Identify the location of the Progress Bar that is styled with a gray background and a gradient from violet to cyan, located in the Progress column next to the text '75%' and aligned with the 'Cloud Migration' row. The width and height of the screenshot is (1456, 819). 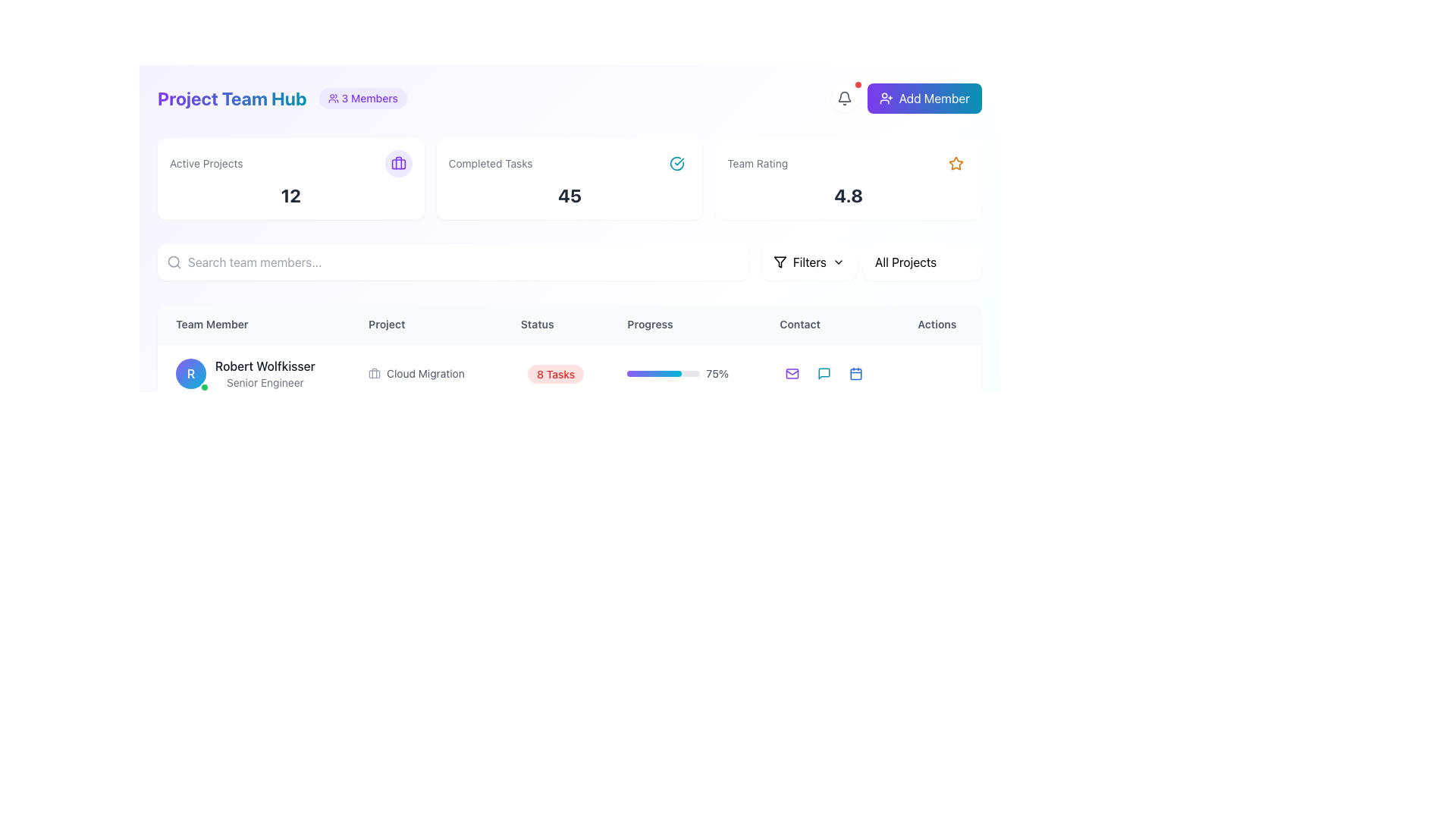
(664, 374).